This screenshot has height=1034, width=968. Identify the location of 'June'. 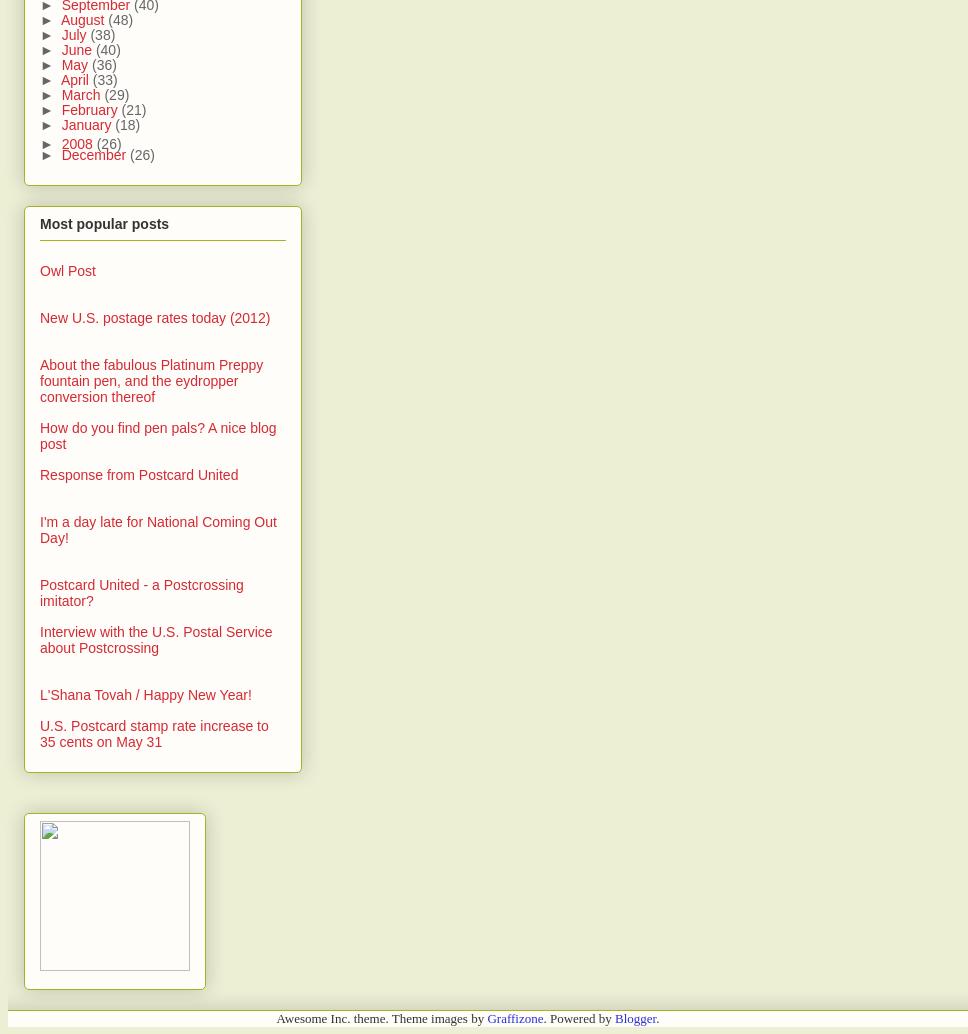
(59, 50).